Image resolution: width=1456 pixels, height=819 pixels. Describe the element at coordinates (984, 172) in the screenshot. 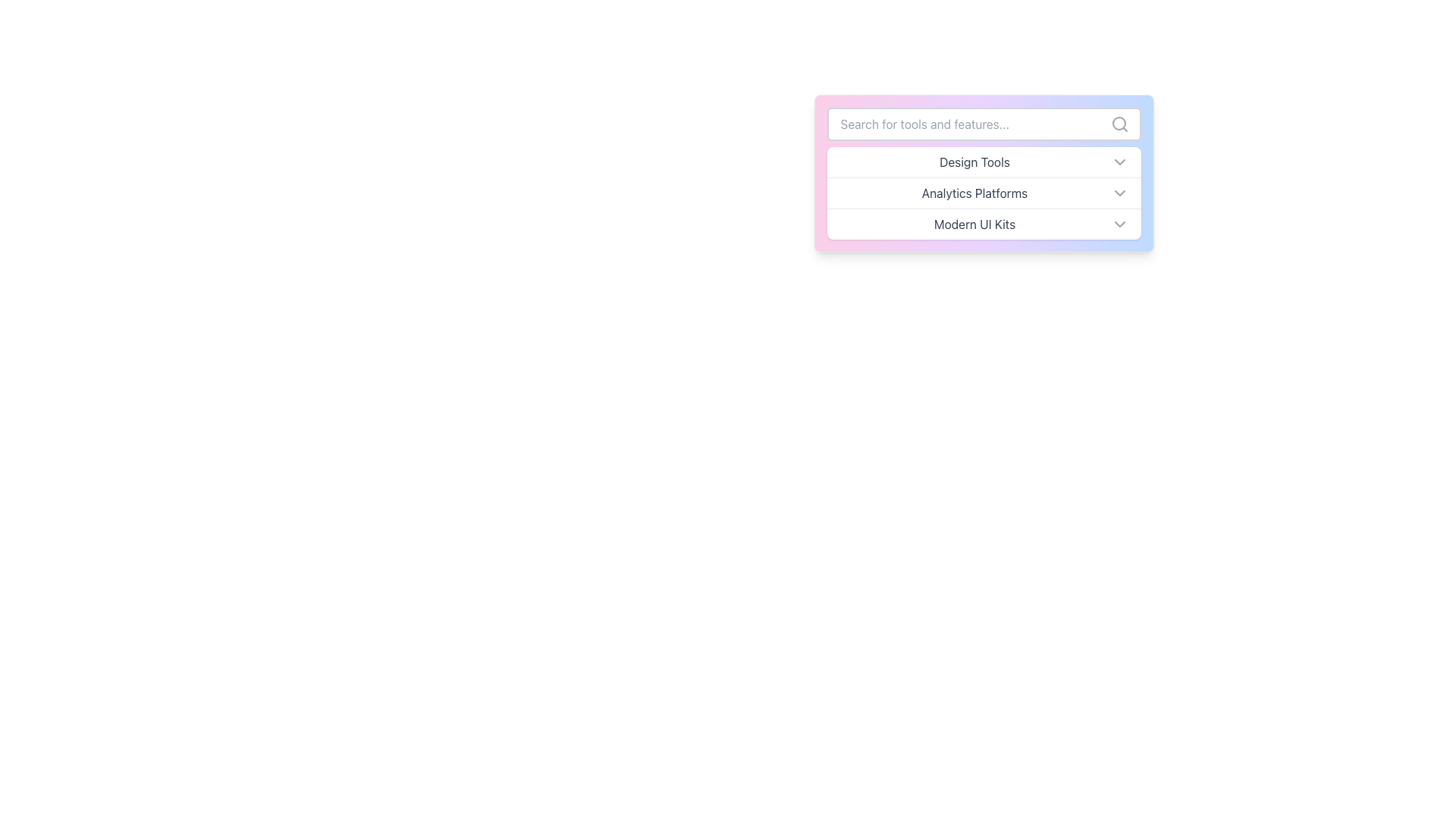

I see `the 'Design Tools' option from the centrally placed dropdown menu by clicking on it` at that location.